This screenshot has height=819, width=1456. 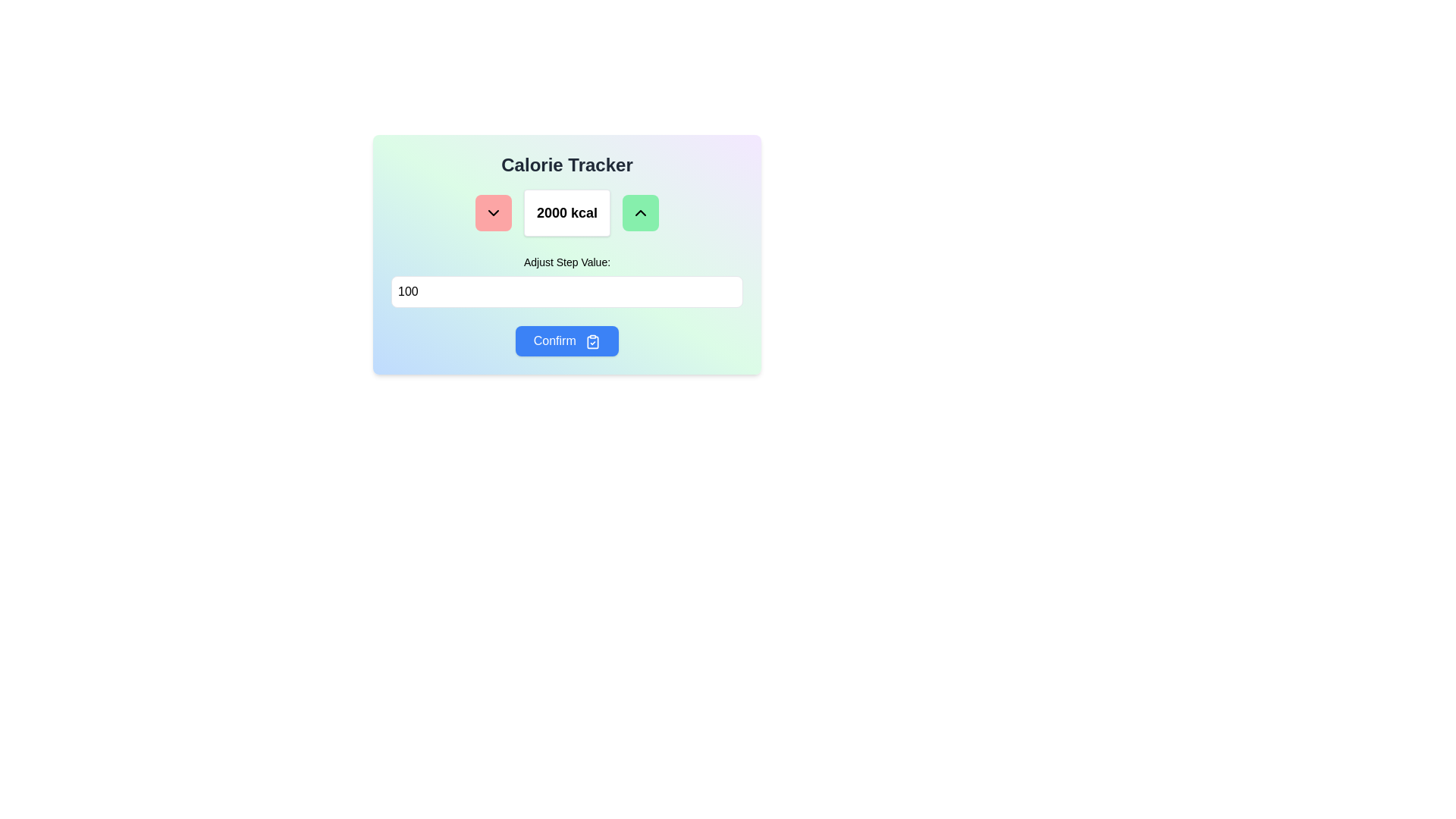 What do you see at coordinates (566, 281) in the screenshot?
I see `the input field labeled 'Adjust Step Value:' by using the tab key` at bounding box center [566, 281].